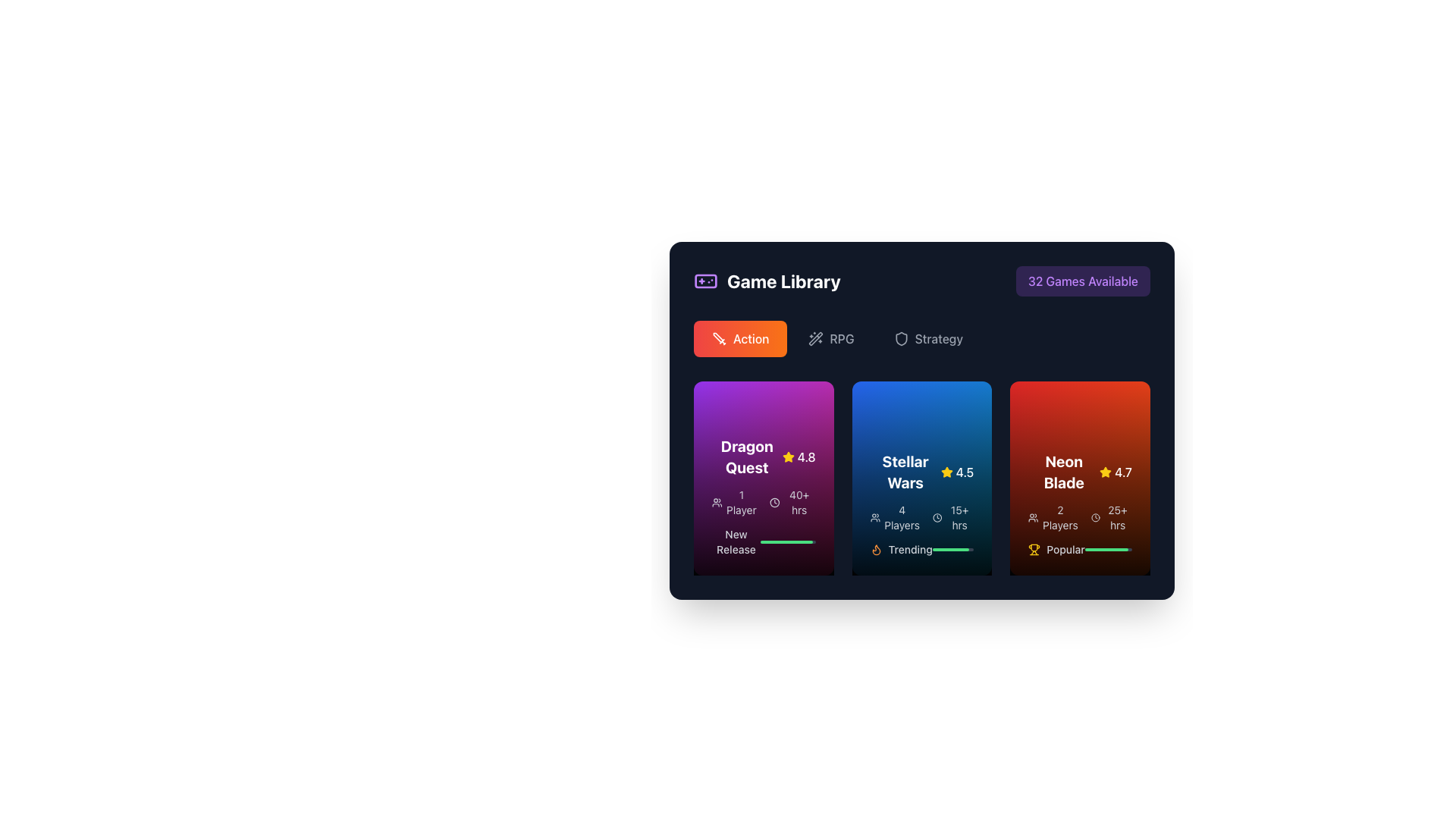 Image resolution: width=1456 pixels, height=819 pixels. What do you see at coordinates (1034, 548) in the screenshot?
I see `the decorative Graphic icon of the trophy for the game 'Neon Blade', located near the bottom section of the trophy icon and at the same level as the 'Popular' label text` at bounding box center [1034, 548].